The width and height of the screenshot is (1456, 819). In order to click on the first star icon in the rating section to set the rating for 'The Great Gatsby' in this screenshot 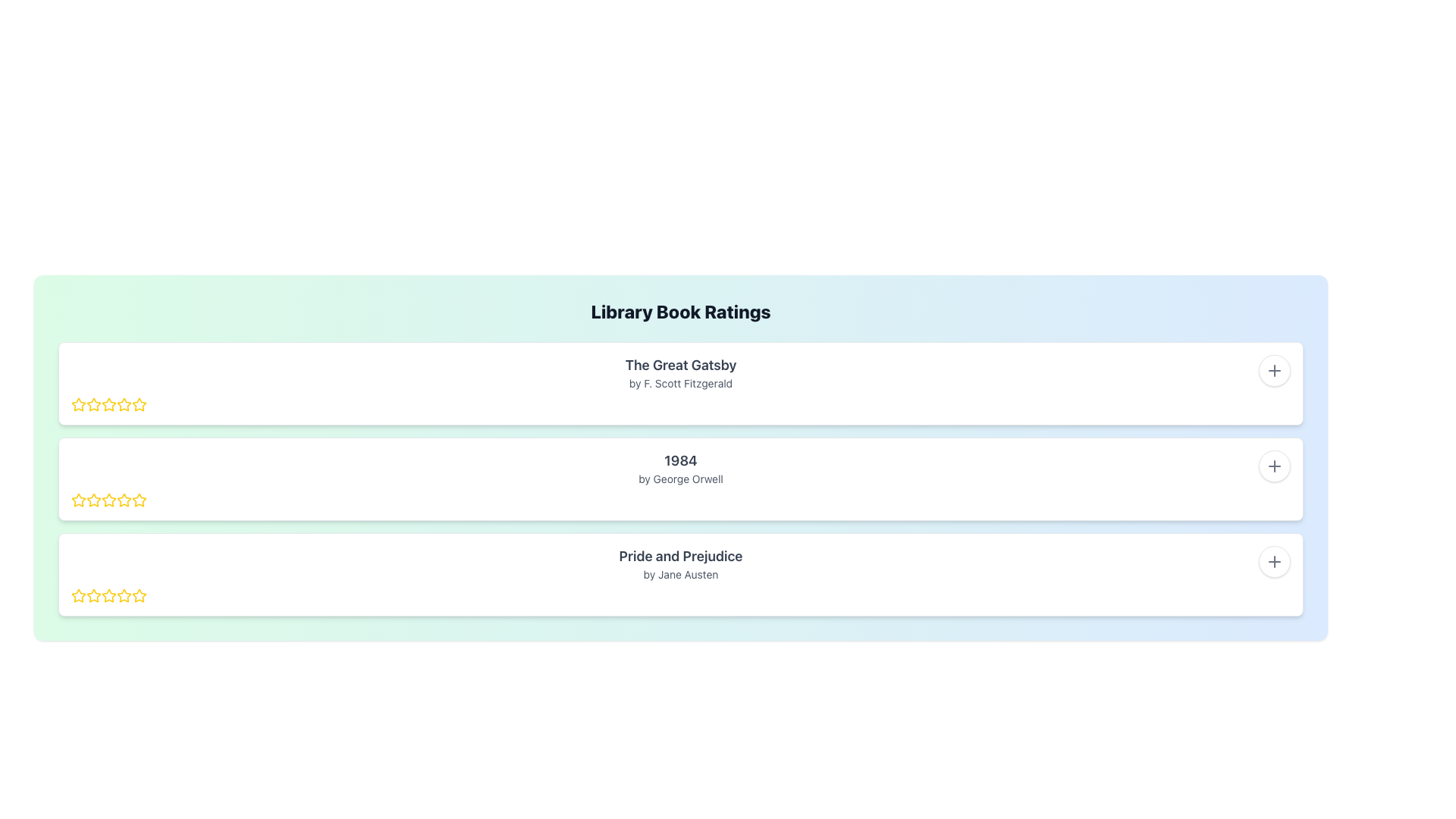, I will do `click(78, 403)`.